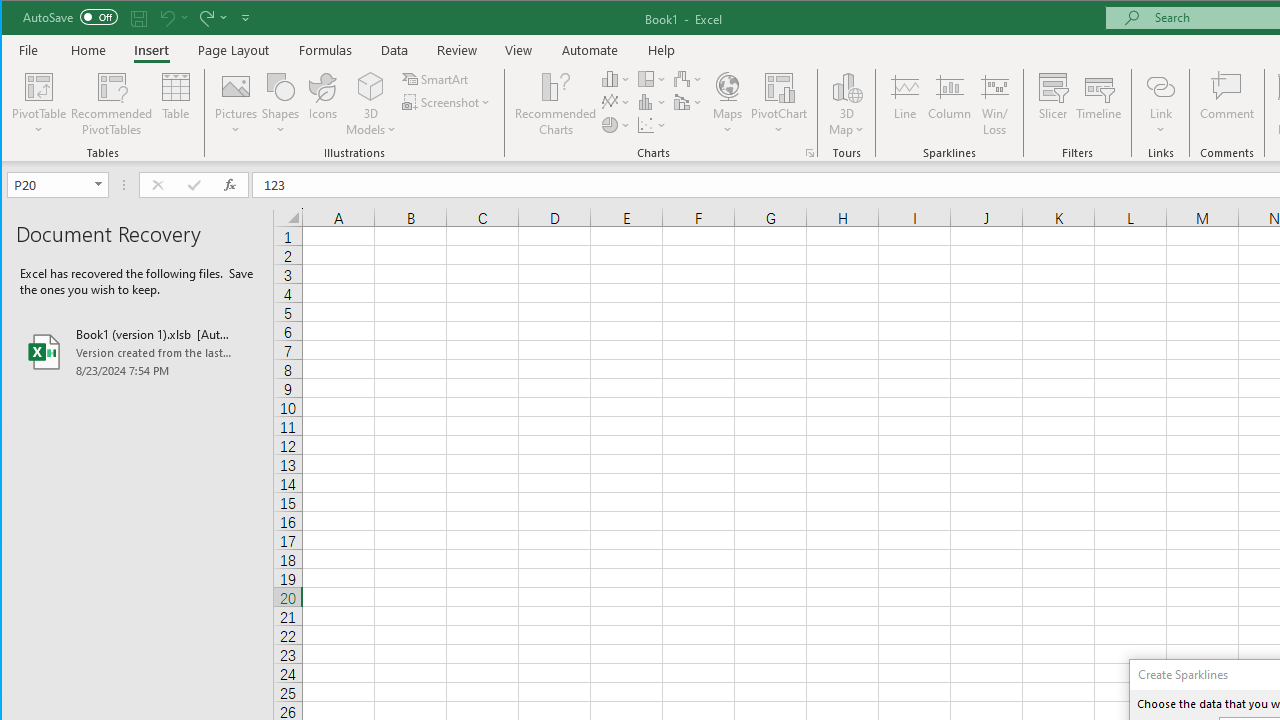  What do you see at coordinates (1097, 104) in the screenshot?
I see `'Timeline'` at bounding box center [1097, 104].